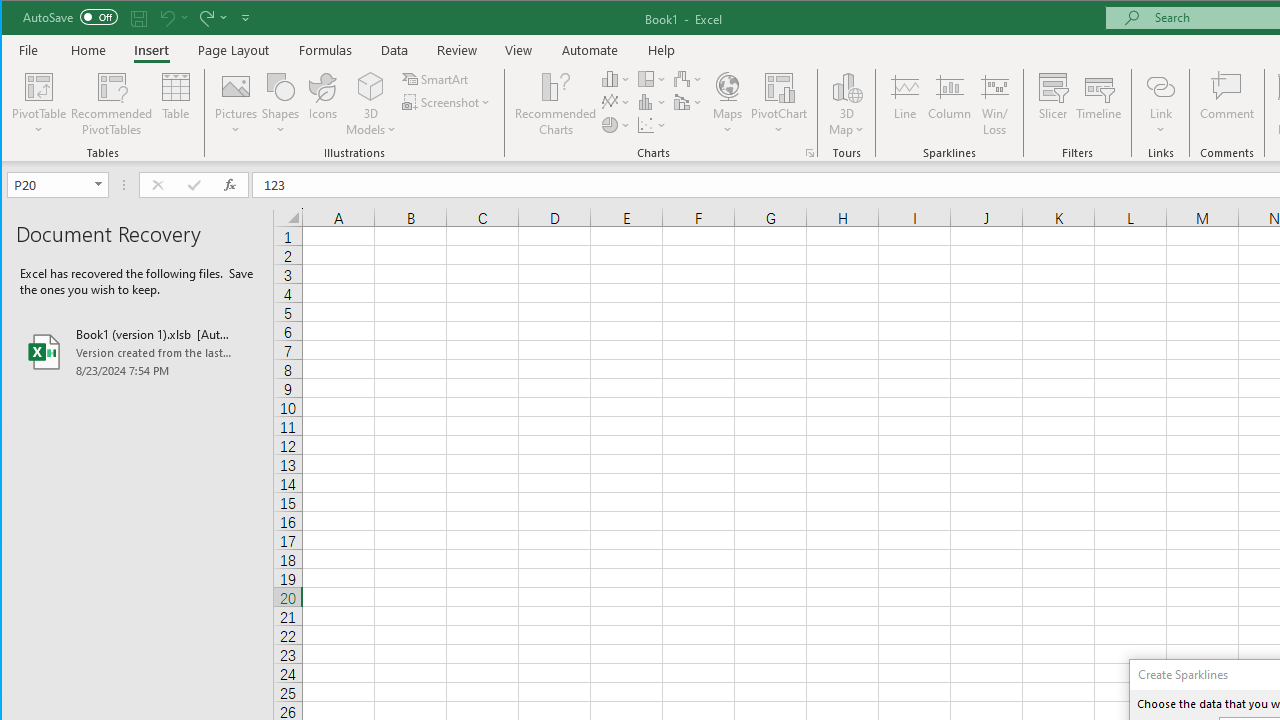  What do you see at coordinates (1097, 104) in the screenshot?
I see `'Timeline'` at bounding box center [1097, 104].